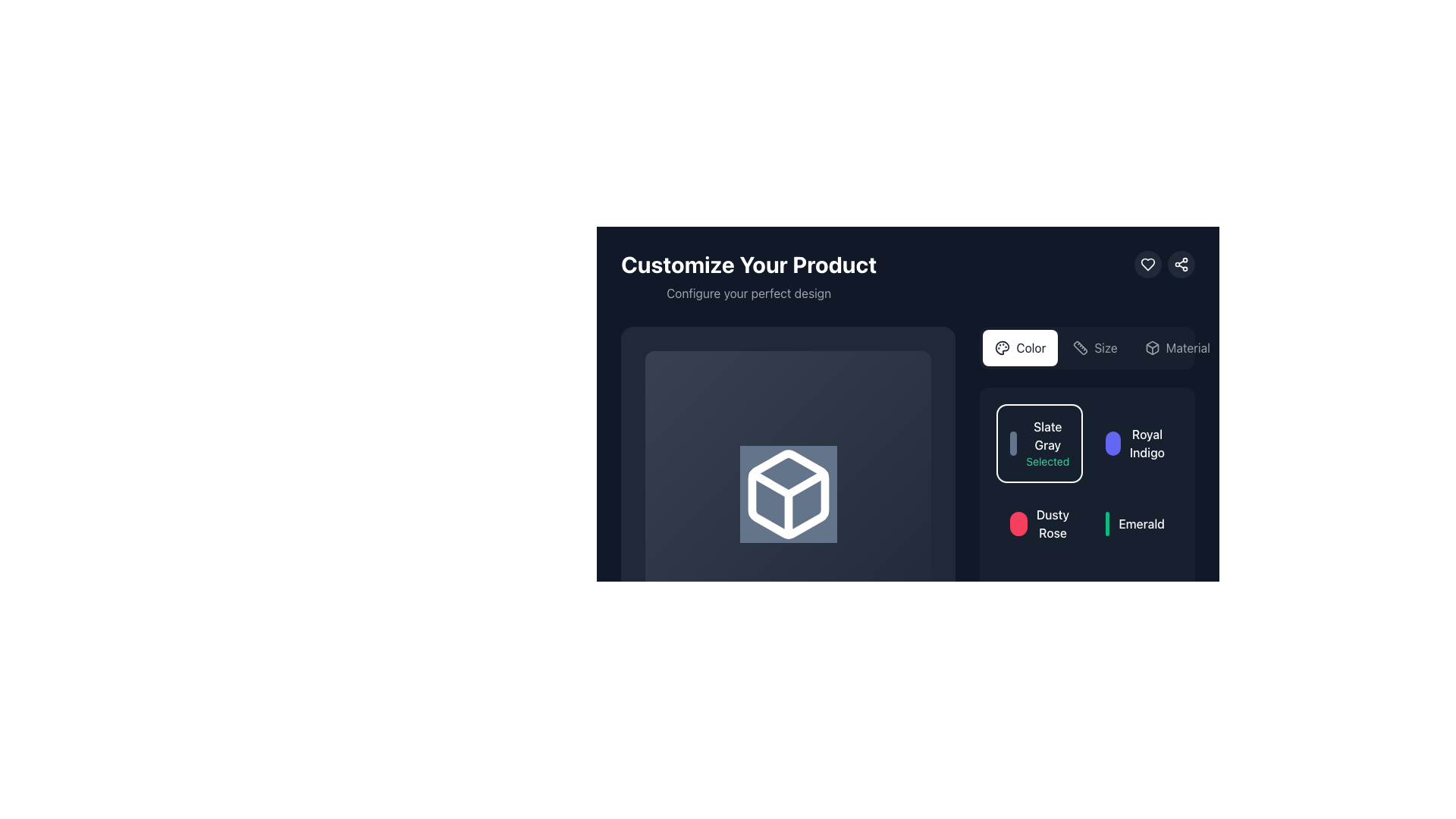 This screenshot has height=819, width=1456. I want to click on the Circular Button that represents the color slate gray, located adjacent to the text label 'Slate Gray' and the secondary label 'Selected', so click(1012, 444).